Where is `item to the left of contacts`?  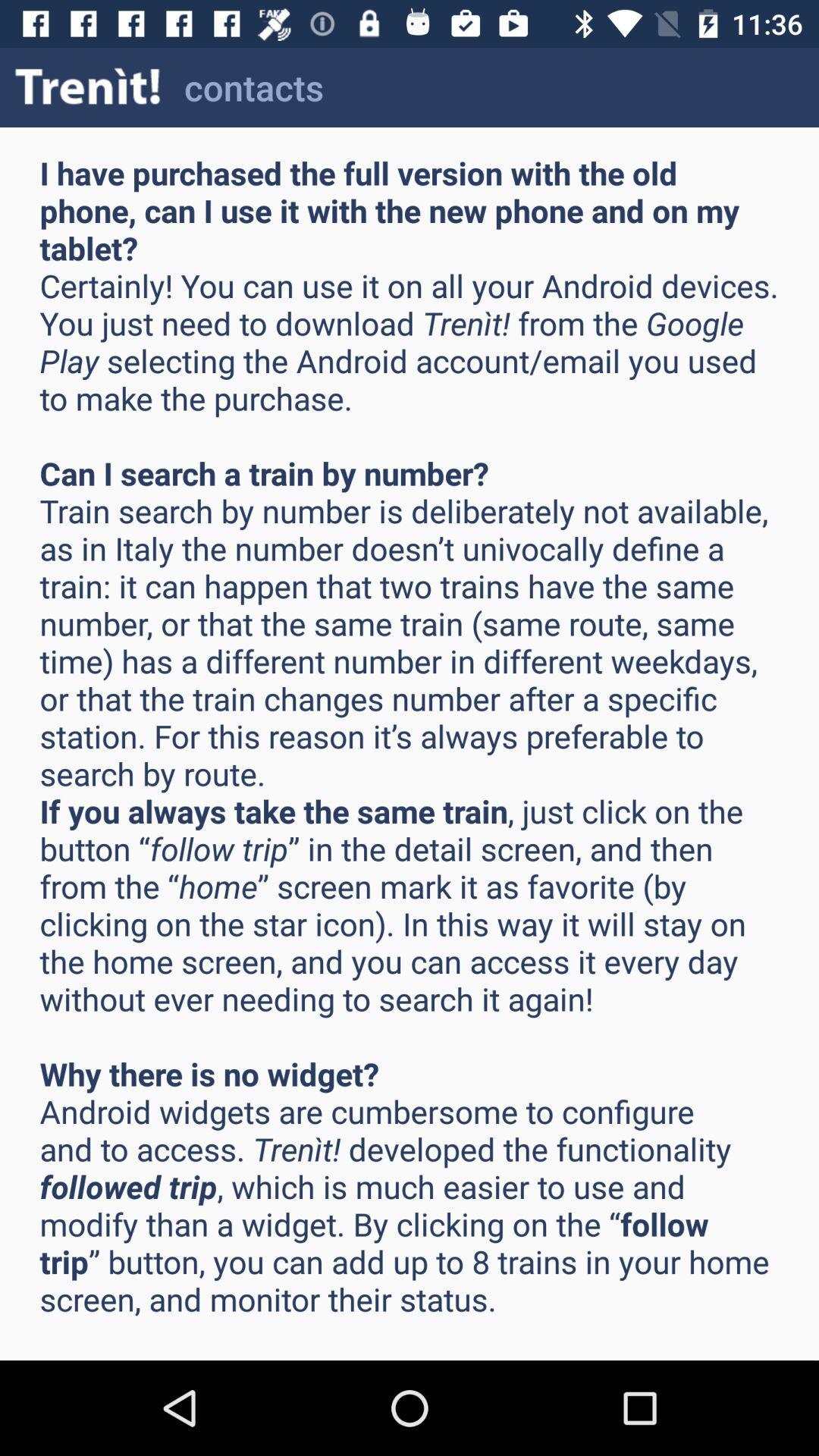 item to the left of contacts is located at coordinates (88, 86).